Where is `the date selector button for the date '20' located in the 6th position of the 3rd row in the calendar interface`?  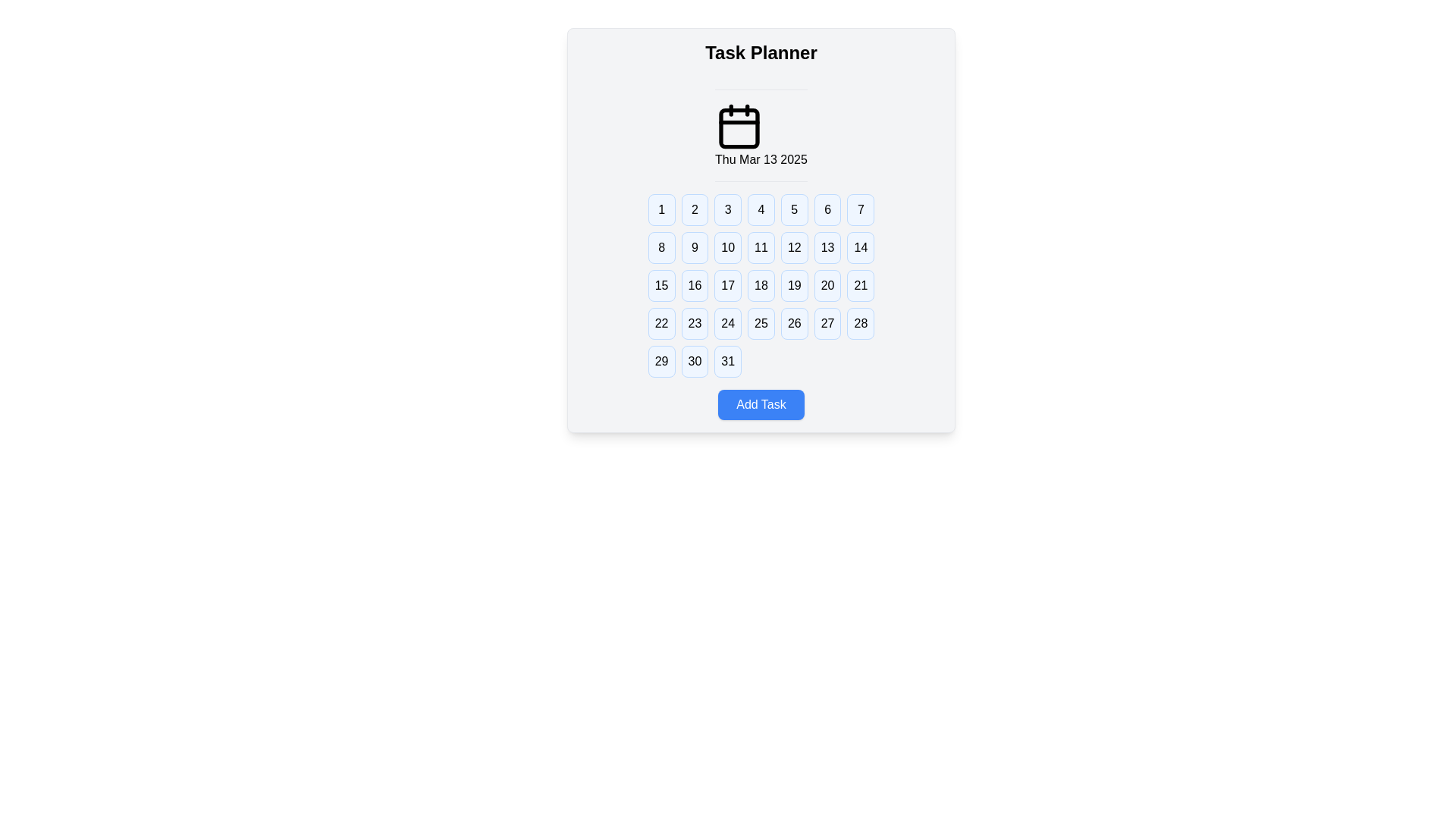
the date selector button for the date '20' located in the 6th position of the 3rd row in the calendar interface is located at coordinates (827, 286).